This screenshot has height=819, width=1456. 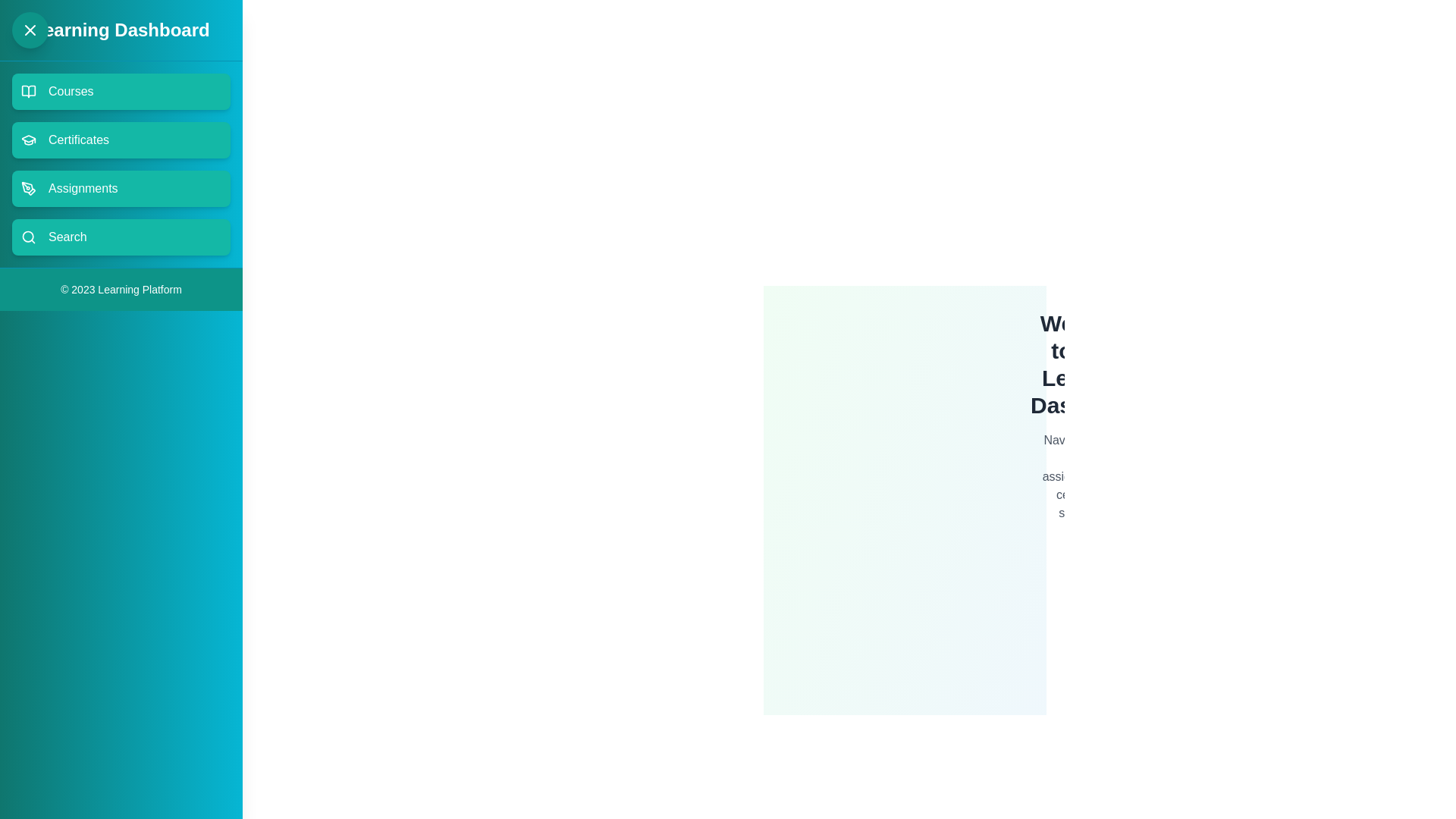 What do you see at coordinates (30, 30) in the screenshot?
I see `the circular teal button with a white 'X' icon` at bounding box center [30, 30].